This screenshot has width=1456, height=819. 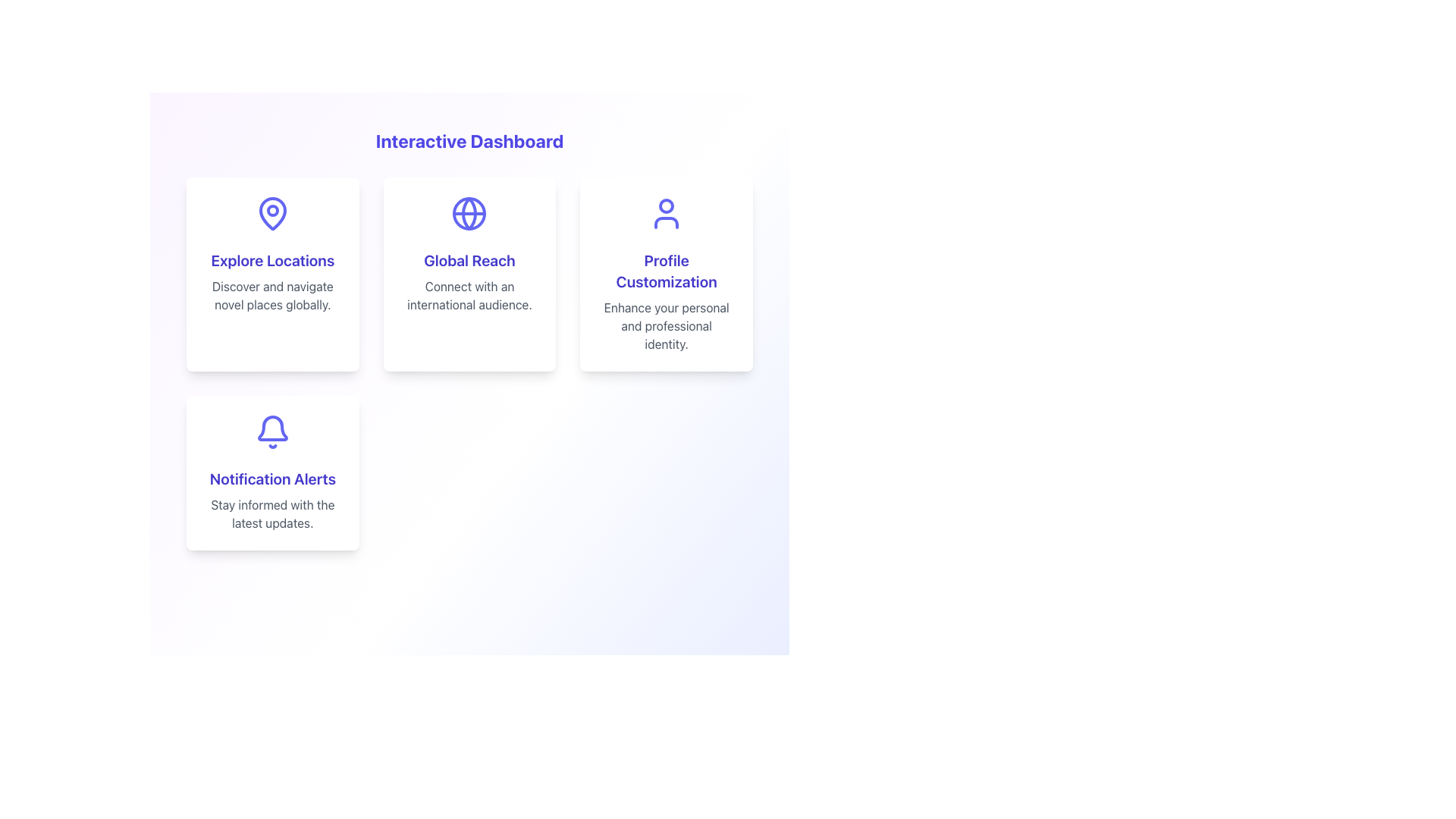 I want to click on the circular decorative icon part of the location marker icon located above the 'Explore Locations' text in the first card of the top row, so click(x=272, y=210).